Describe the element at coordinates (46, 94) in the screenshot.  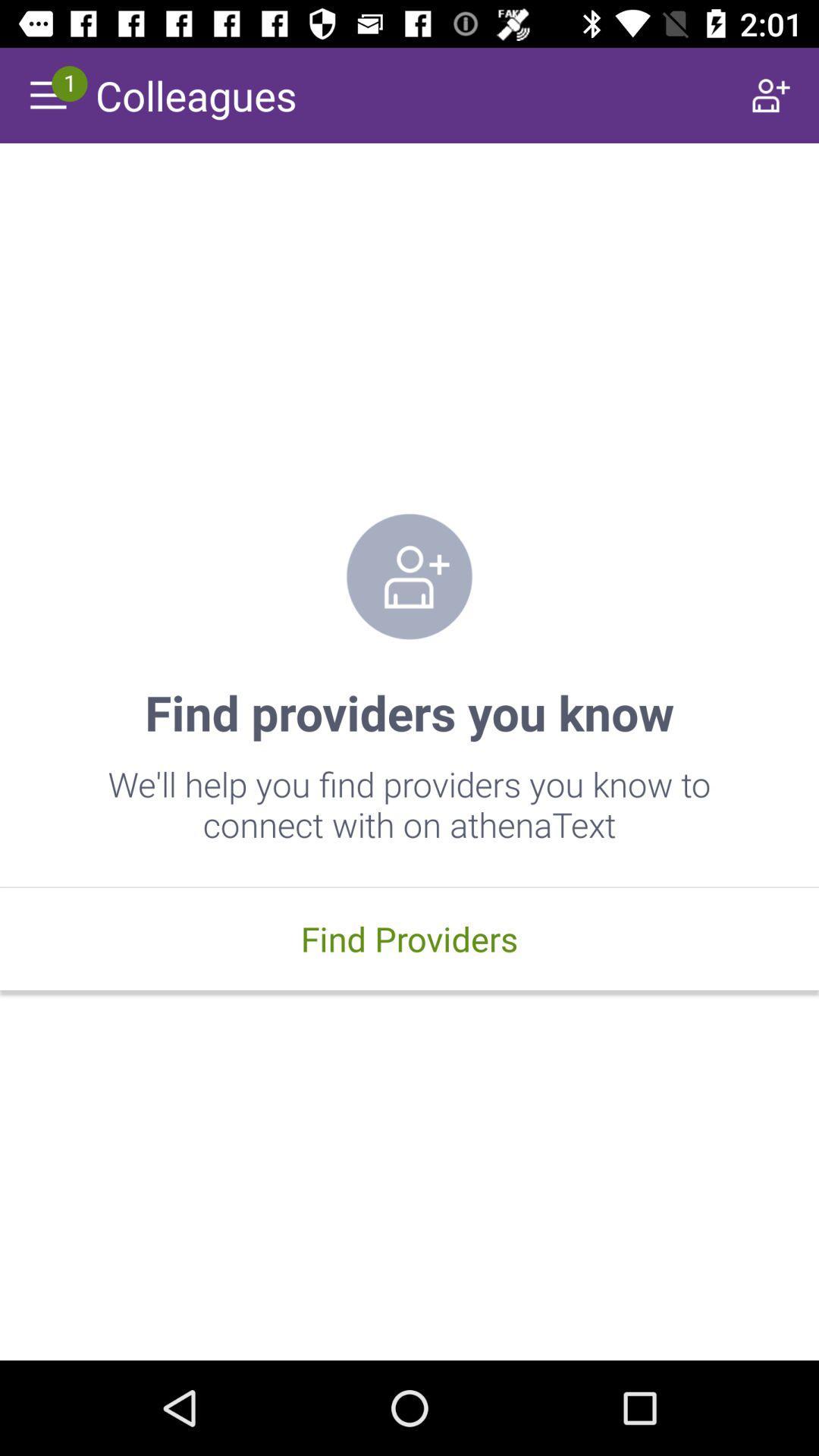
I see `open menu` at that location.